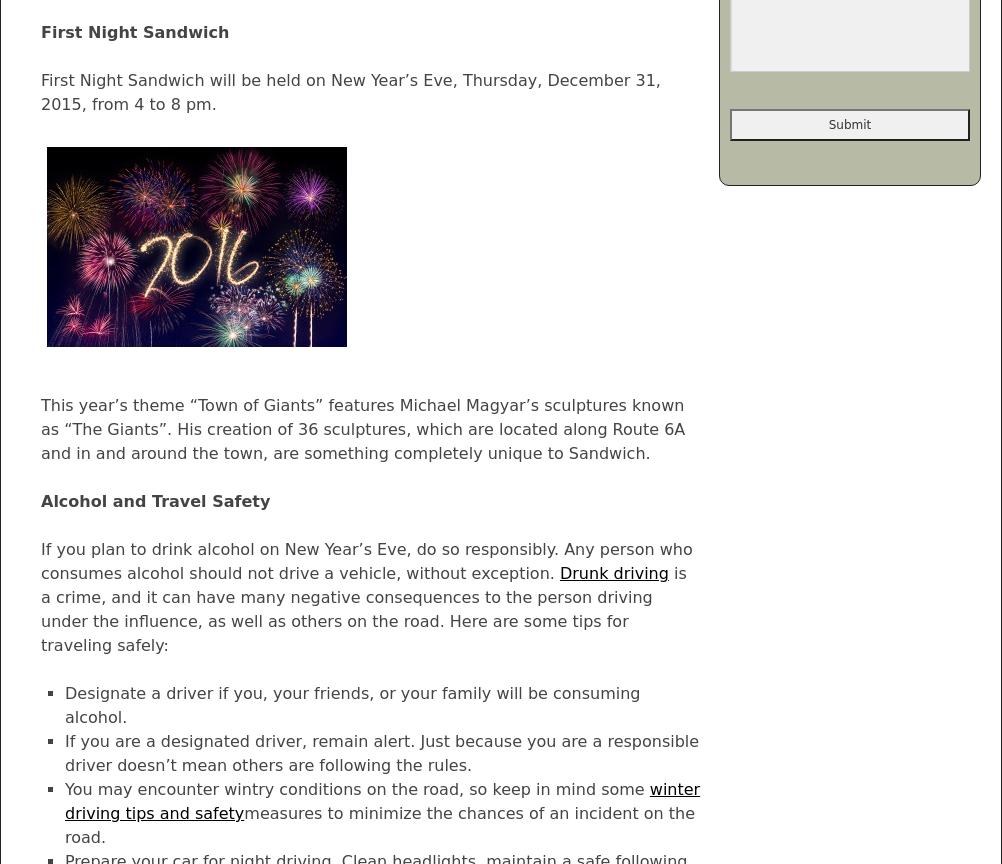 Image resolution: width=1002 pixels, height=864 pixels. What do you see at coordinates (381, 753) in the screenshot?
I see `'If you are a designated driver, remain alert. Just because you are a responsible driver doesn’t mean others are following the rules.'` at bounding box center [381, 753].